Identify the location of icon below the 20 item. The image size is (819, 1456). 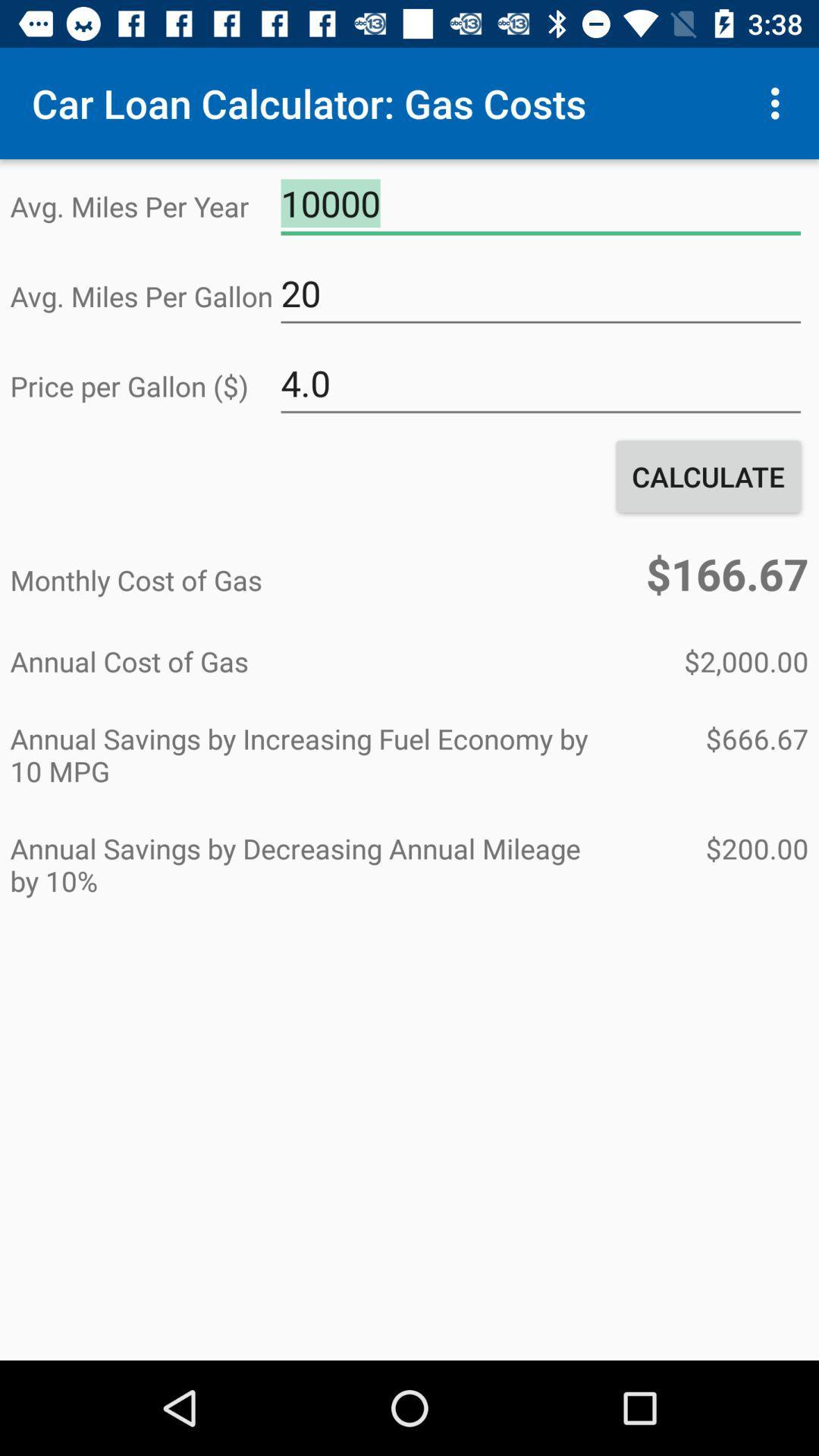
(540, 384).